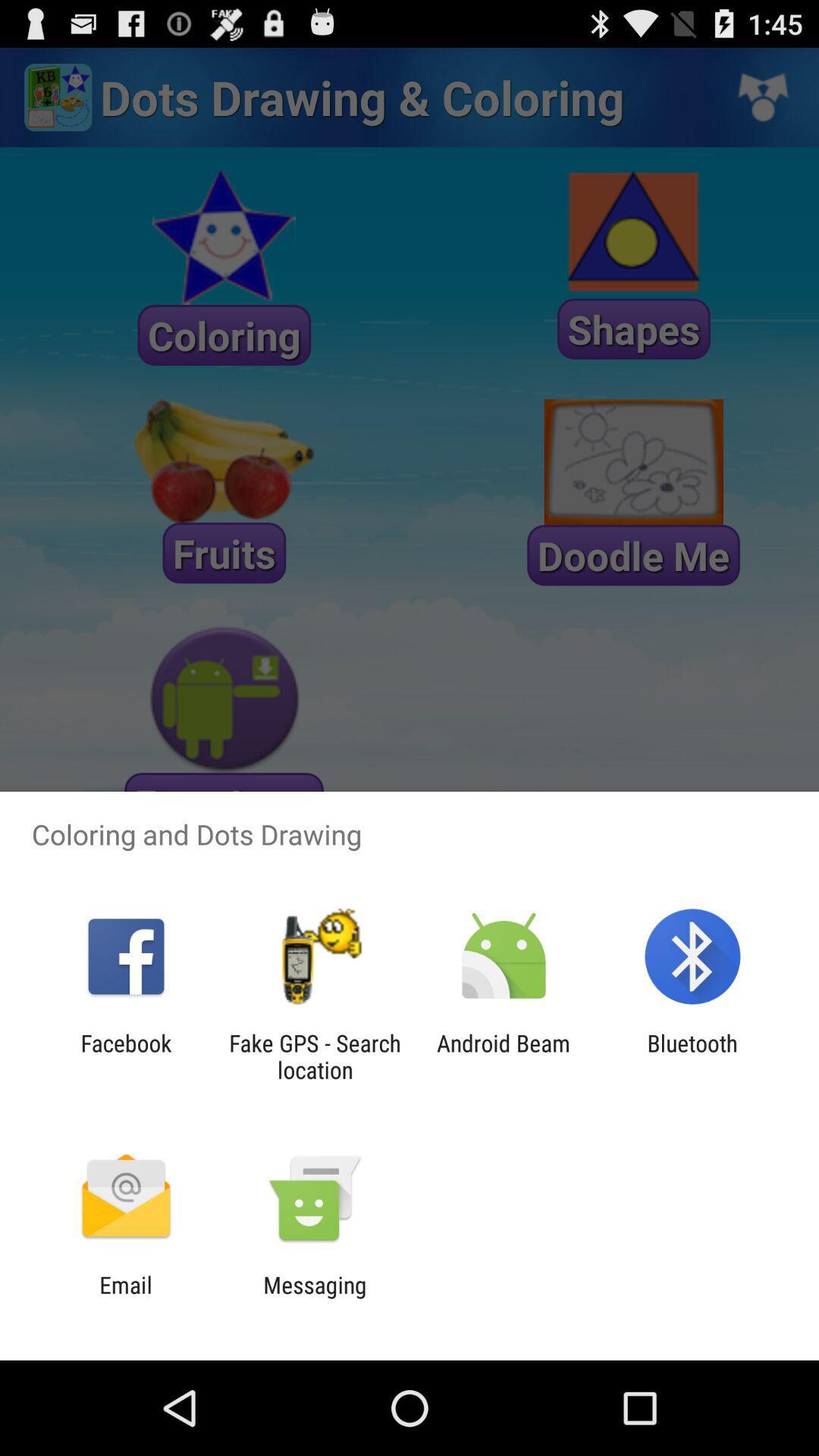 The height and width of the screenshot is (1456, 819). I want to click on bluetooth item, so click(692, 1056).